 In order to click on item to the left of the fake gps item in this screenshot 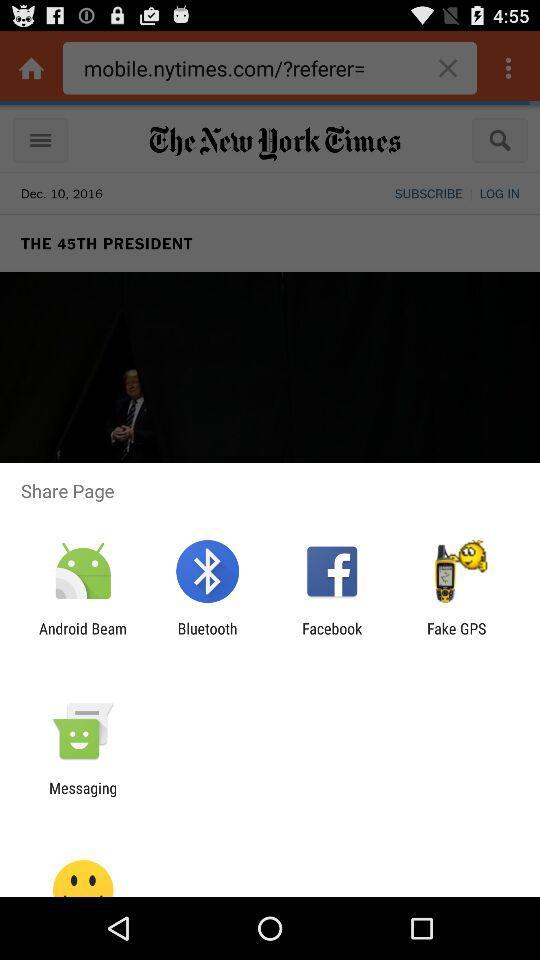, I will do `click(332, 636)`.